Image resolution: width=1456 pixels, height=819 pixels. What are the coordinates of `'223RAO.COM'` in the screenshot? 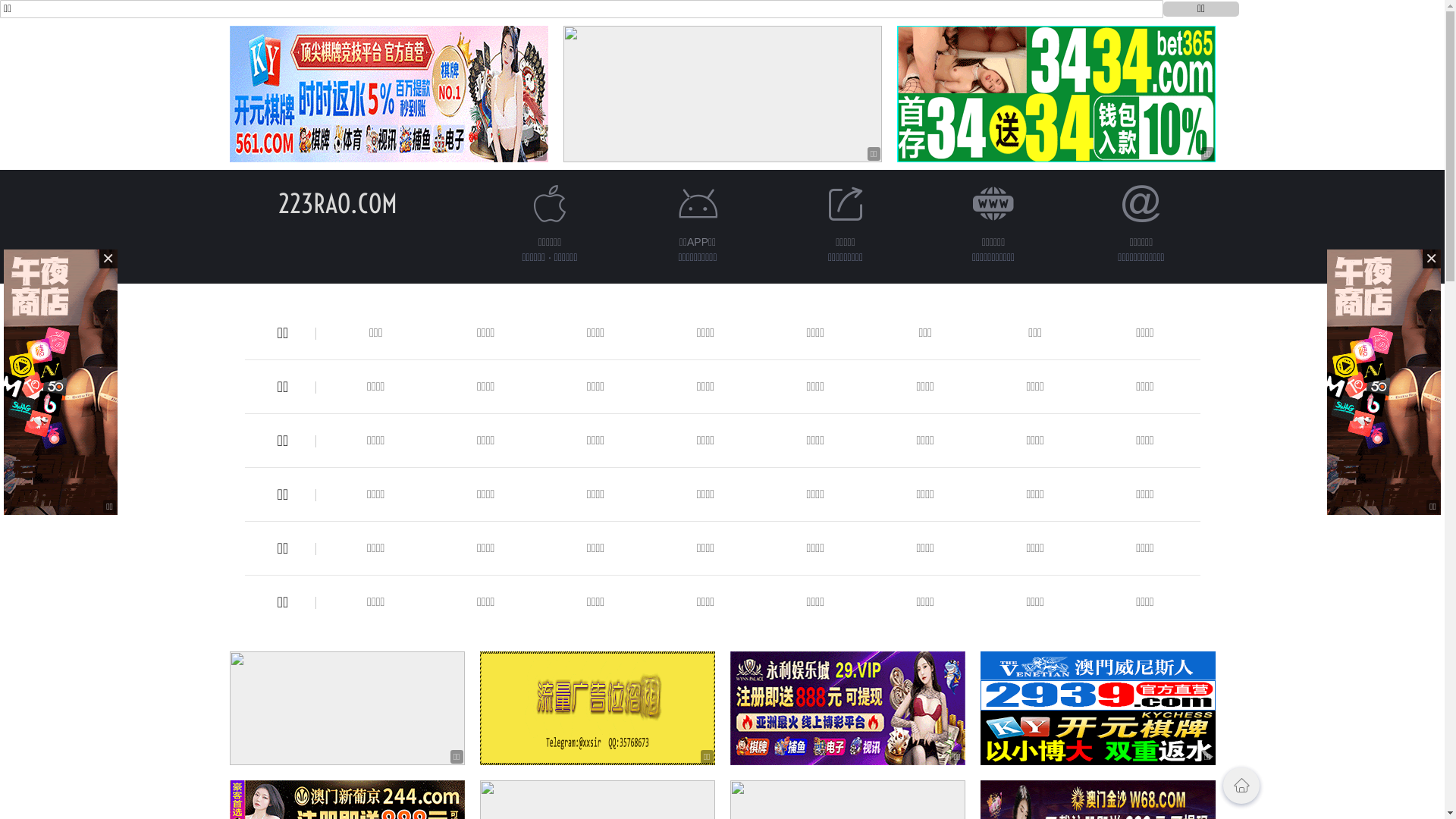 It's located at (278, 202).